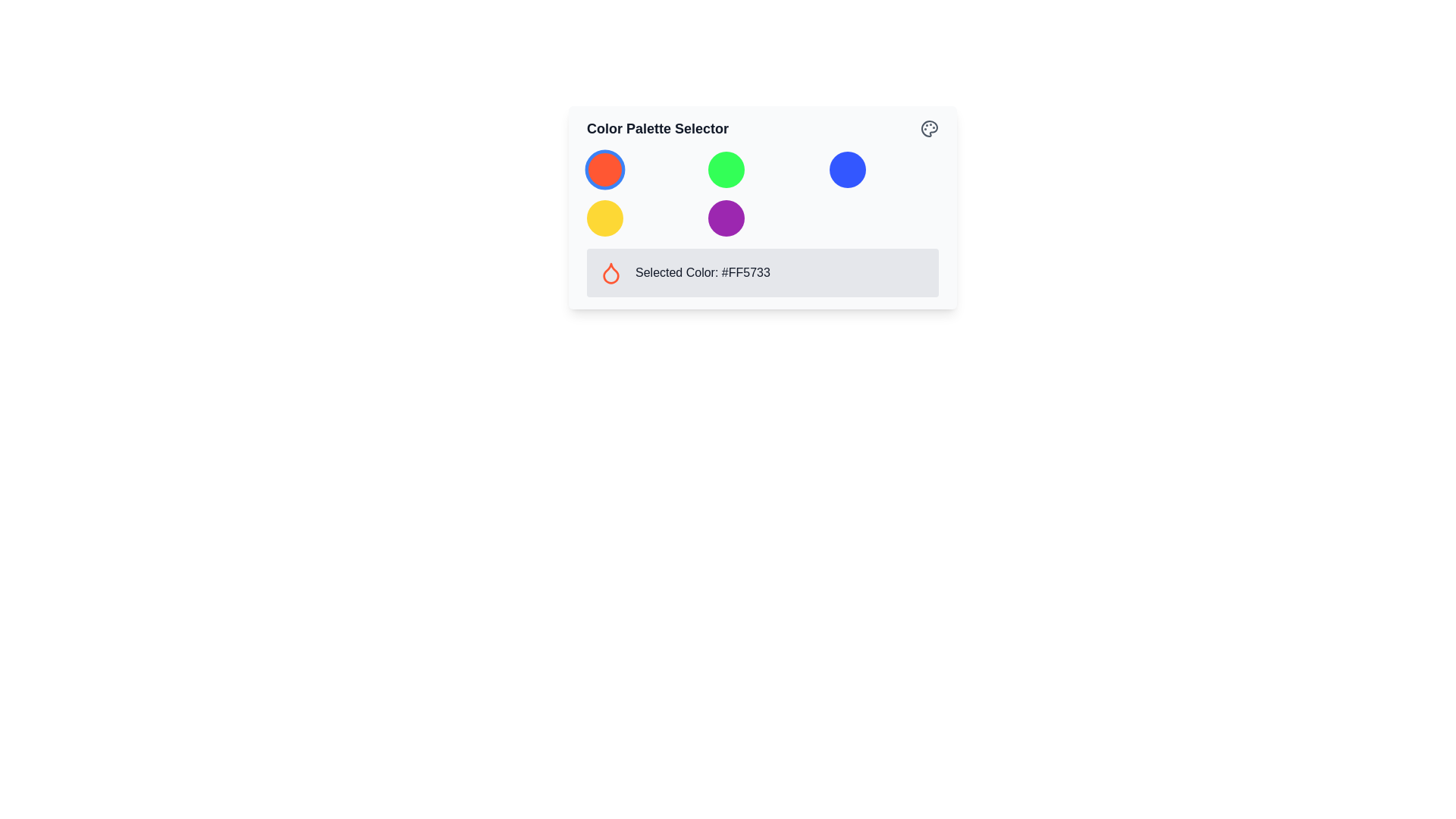 The height and width of the screenshot is (819, 1456). What do you see at coordinates (604, 169) in the screenshot?
I see `the circular button in the top-left corner of the color palette interface` at bounding box center [604, 169].